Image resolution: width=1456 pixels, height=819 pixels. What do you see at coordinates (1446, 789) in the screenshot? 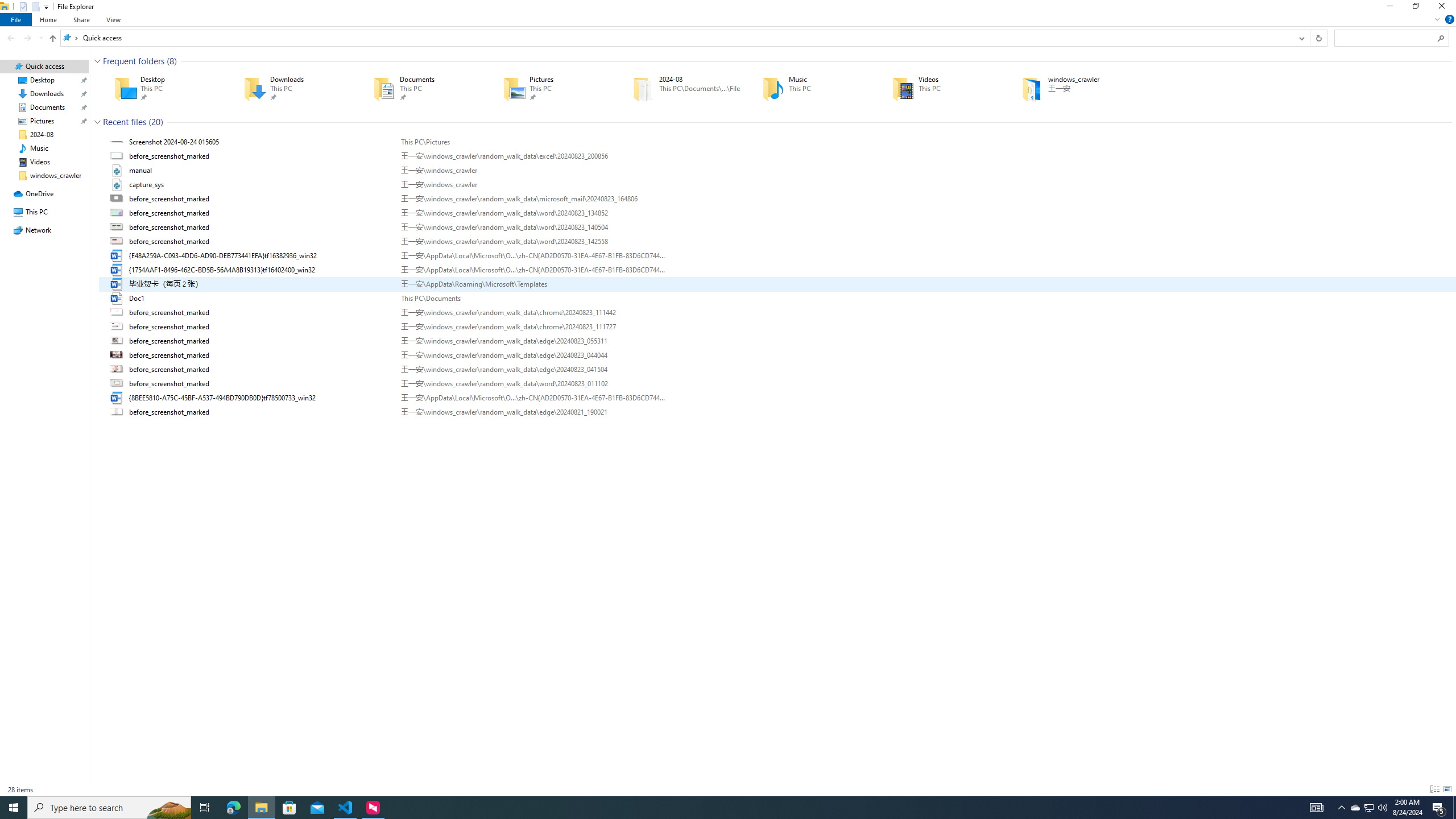
I see `'Large Icons'` at bounding box center [1446, 789].